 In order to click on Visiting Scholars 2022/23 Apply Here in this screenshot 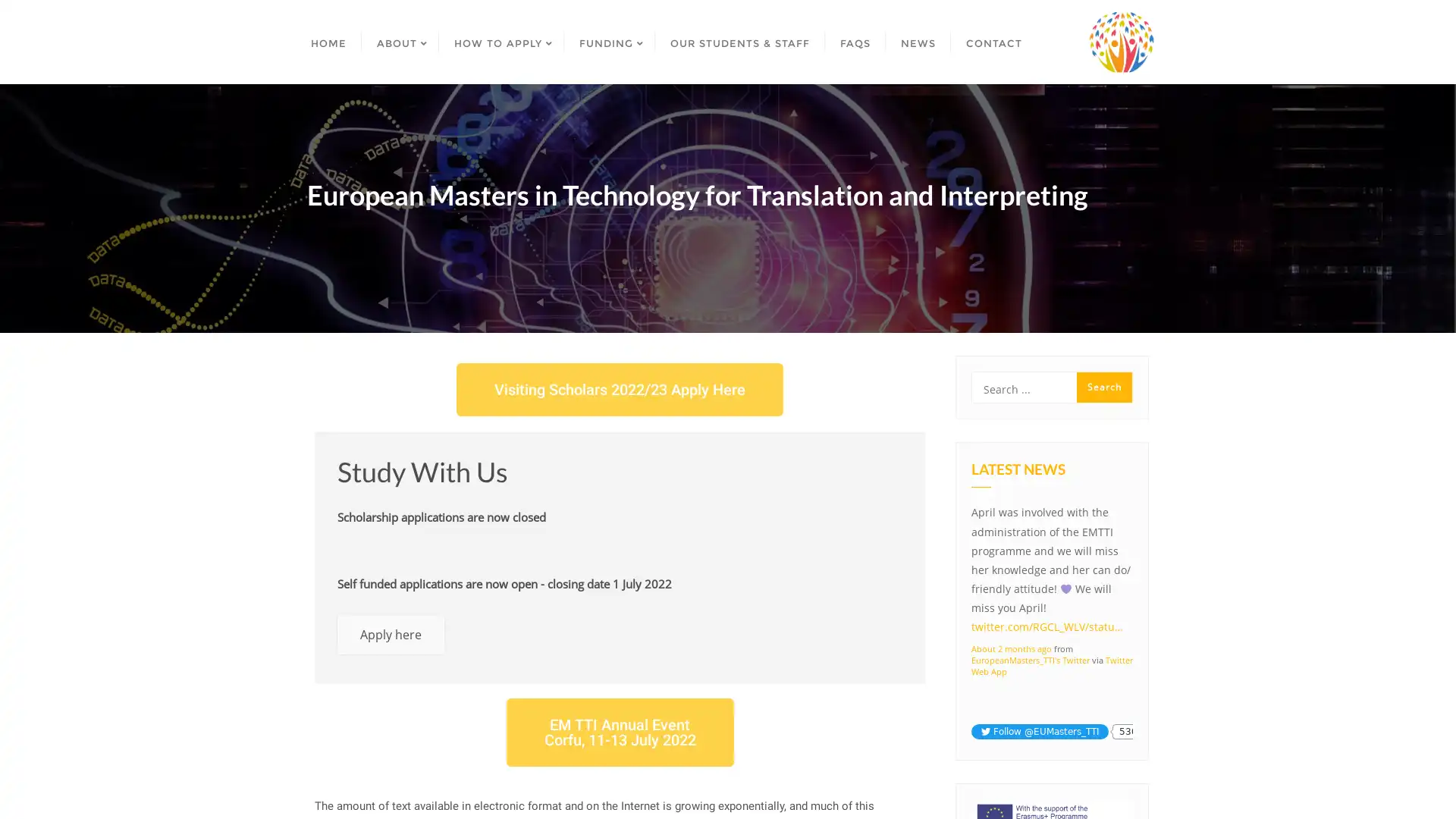, I will do `click(620, 388)`.